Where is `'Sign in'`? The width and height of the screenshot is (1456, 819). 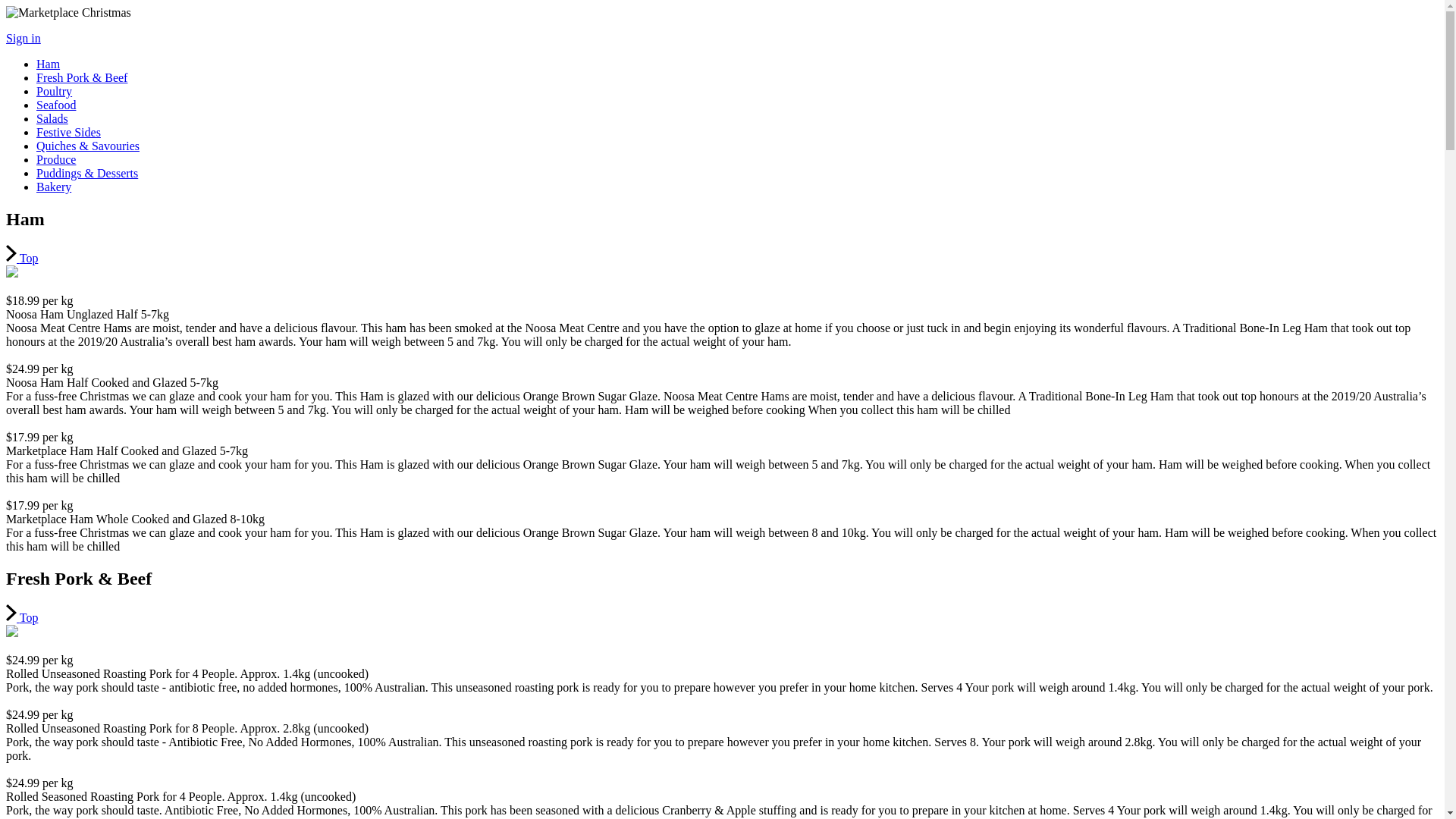 'Sign in' is located at coordinates (23, 37).